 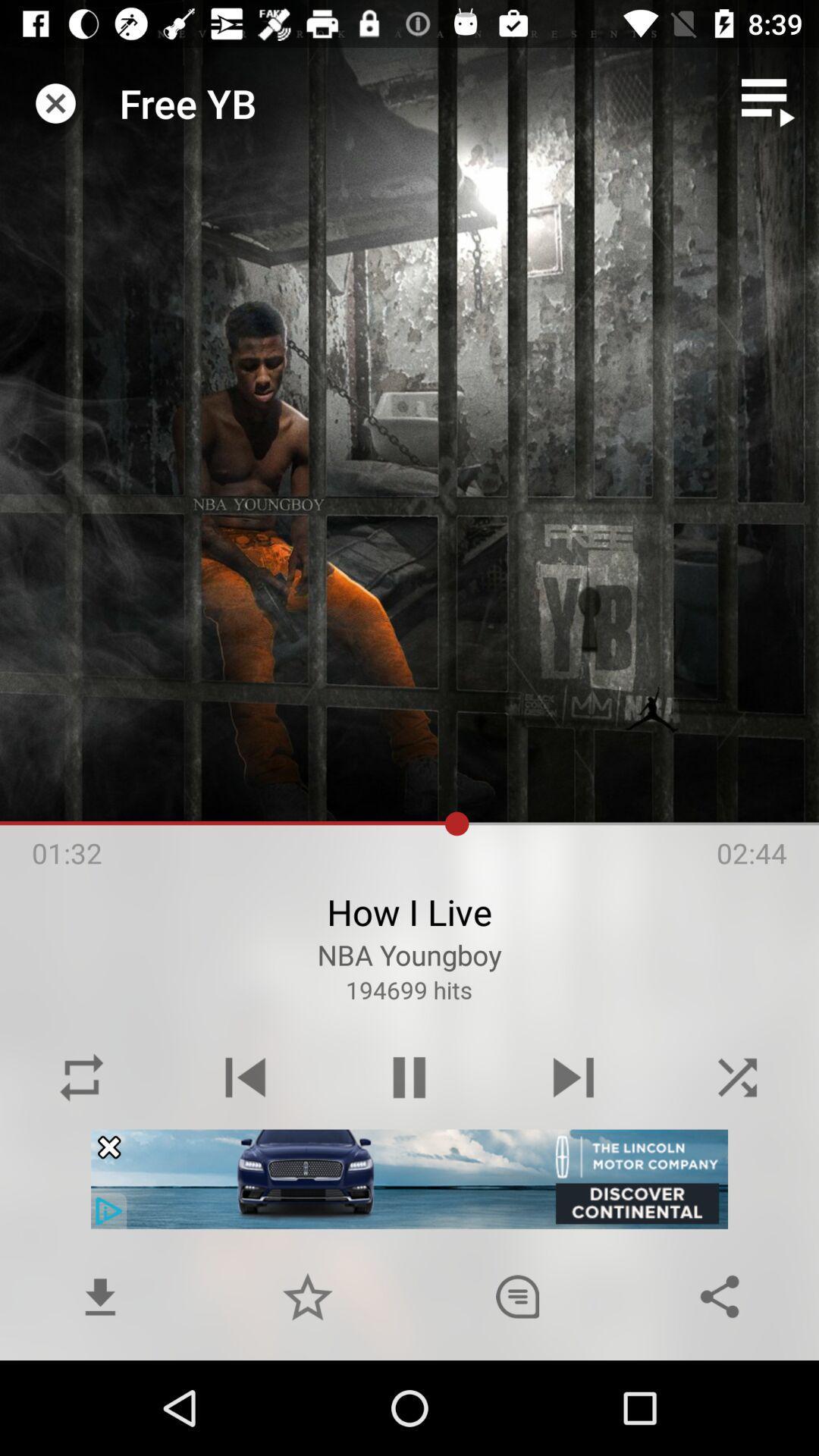 I want to click on the star icon, so click(x=307, y=1295).